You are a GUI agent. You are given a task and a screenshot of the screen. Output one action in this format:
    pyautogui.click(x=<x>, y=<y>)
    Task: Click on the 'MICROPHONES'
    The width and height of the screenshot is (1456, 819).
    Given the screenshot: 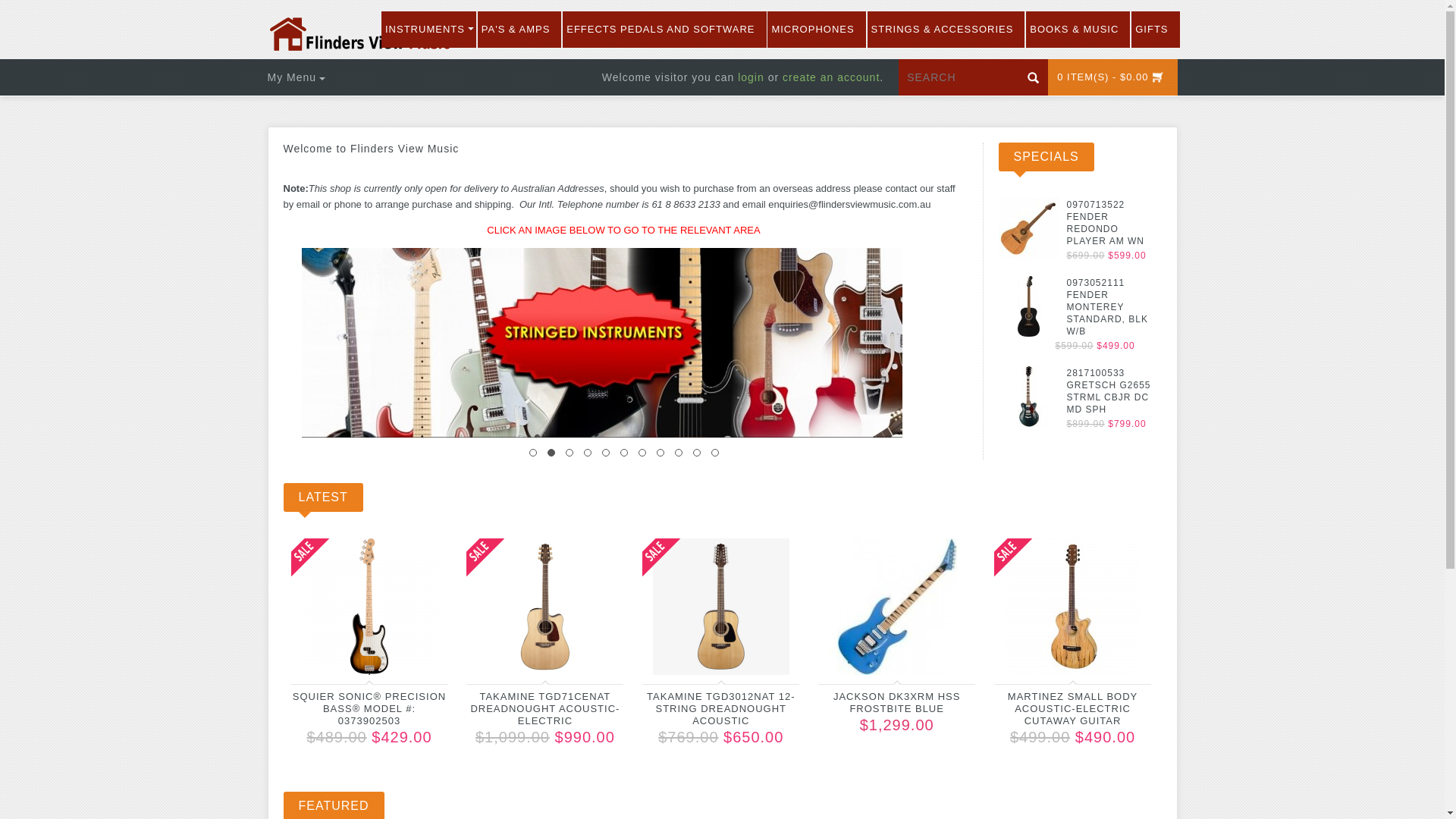 What is the action you would take?
    pyautogui.click(x=815, y=29)
    